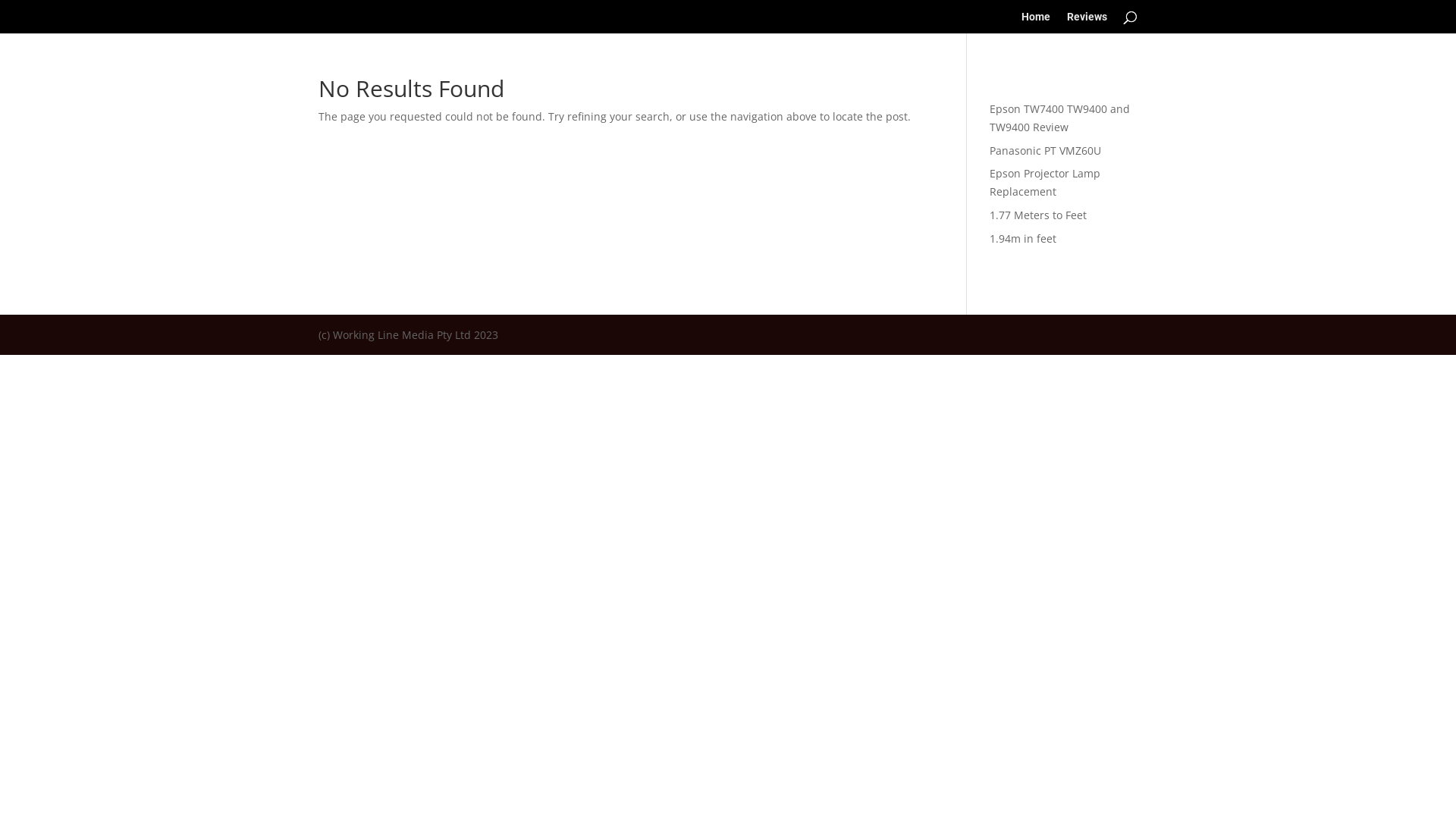 The width and height of the screenshot is (1456, 819). I want to click on '1.77 Meters to Feet', so click(1037, 215).